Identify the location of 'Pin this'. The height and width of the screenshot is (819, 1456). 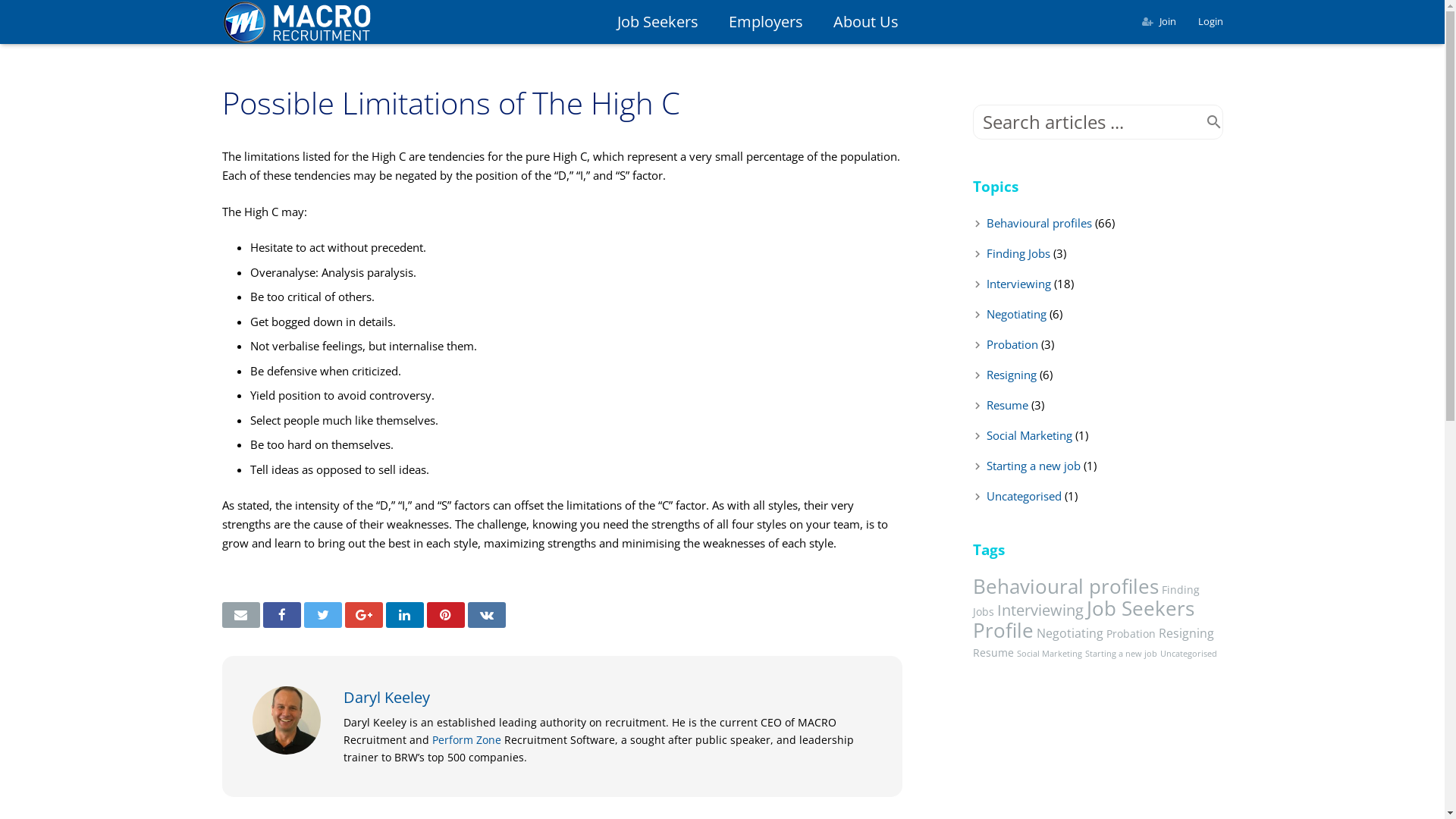
(444, 614).